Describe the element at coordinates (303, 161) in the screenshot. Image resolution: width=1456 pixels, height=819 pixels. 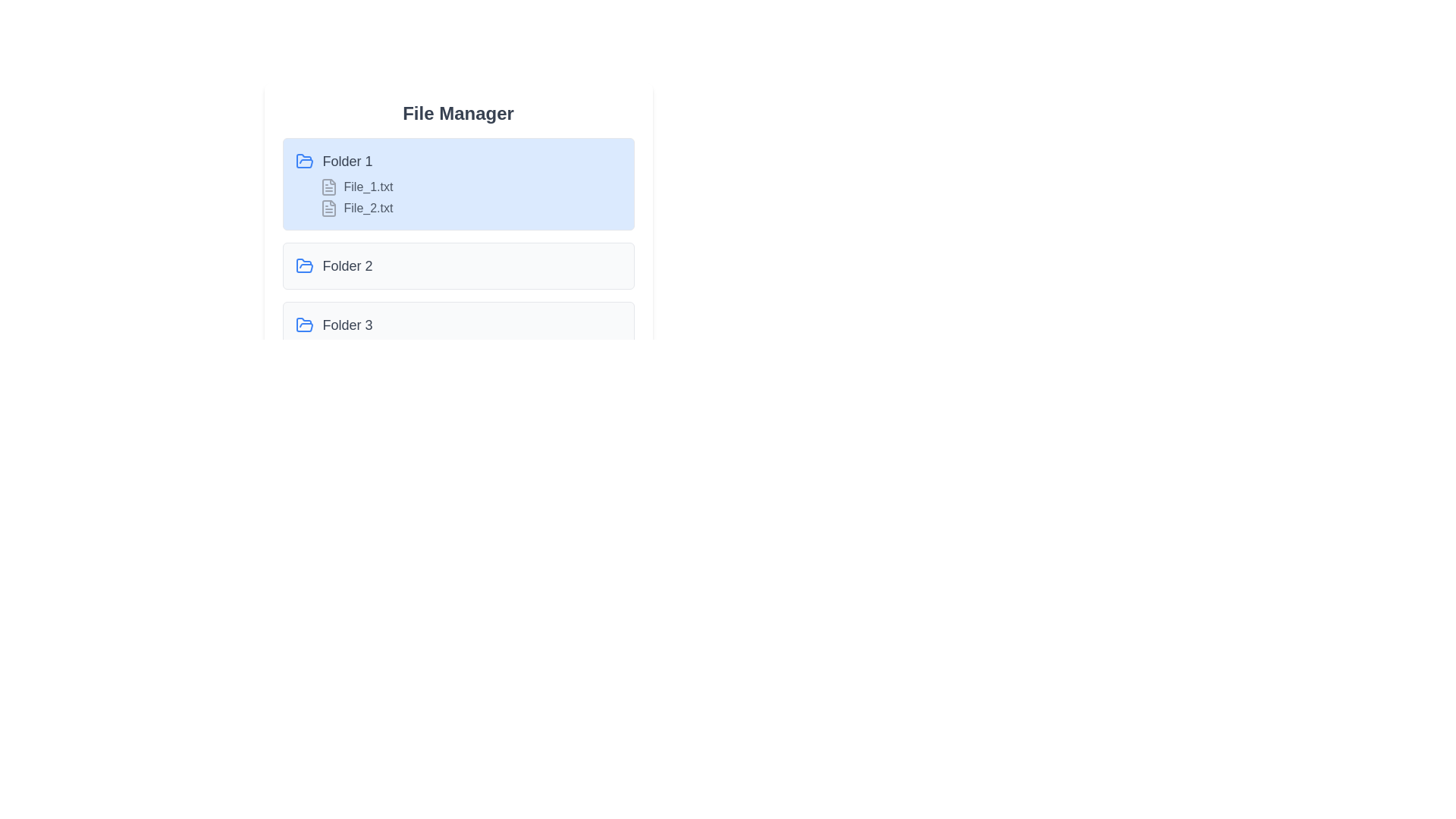
I see `the folder icon representing 'Folder 1', which is positioned to the left of the label within the file manager interface` at that location.